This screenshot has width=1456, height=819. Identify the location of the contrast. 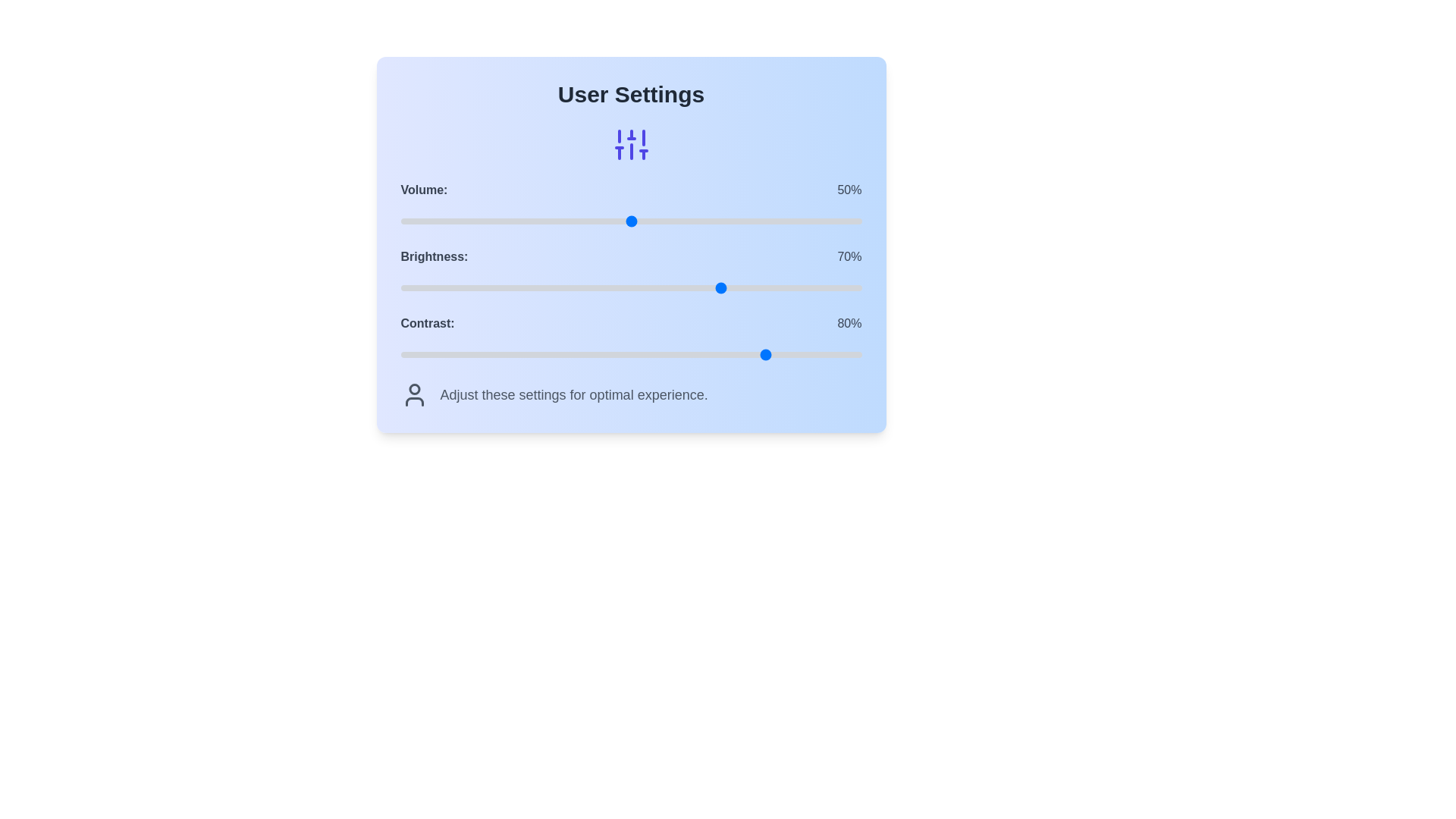
(645, 354).